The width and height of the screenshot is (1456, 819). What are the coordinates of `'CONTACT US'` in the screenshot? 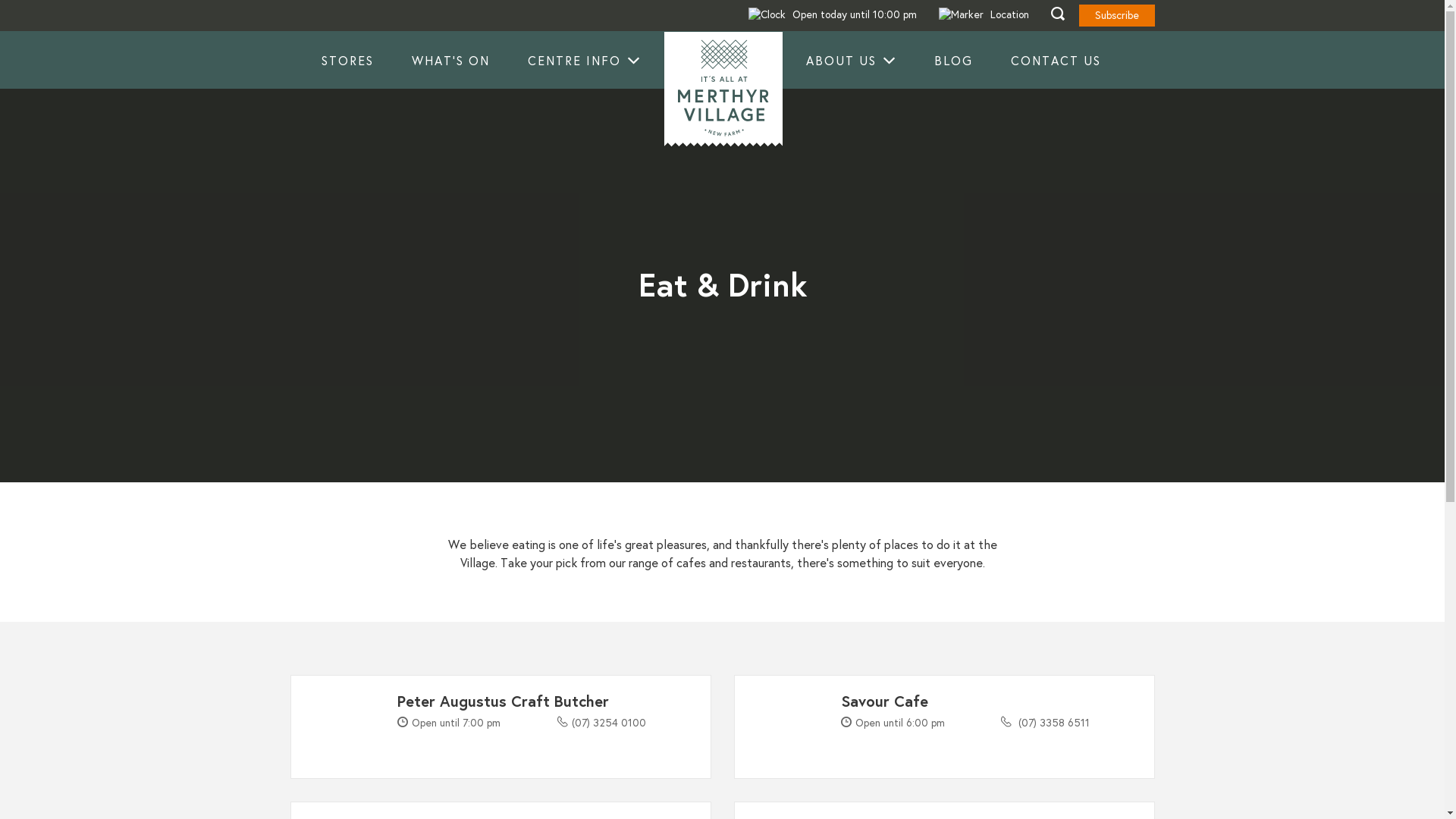 It's located at (1054, 60).